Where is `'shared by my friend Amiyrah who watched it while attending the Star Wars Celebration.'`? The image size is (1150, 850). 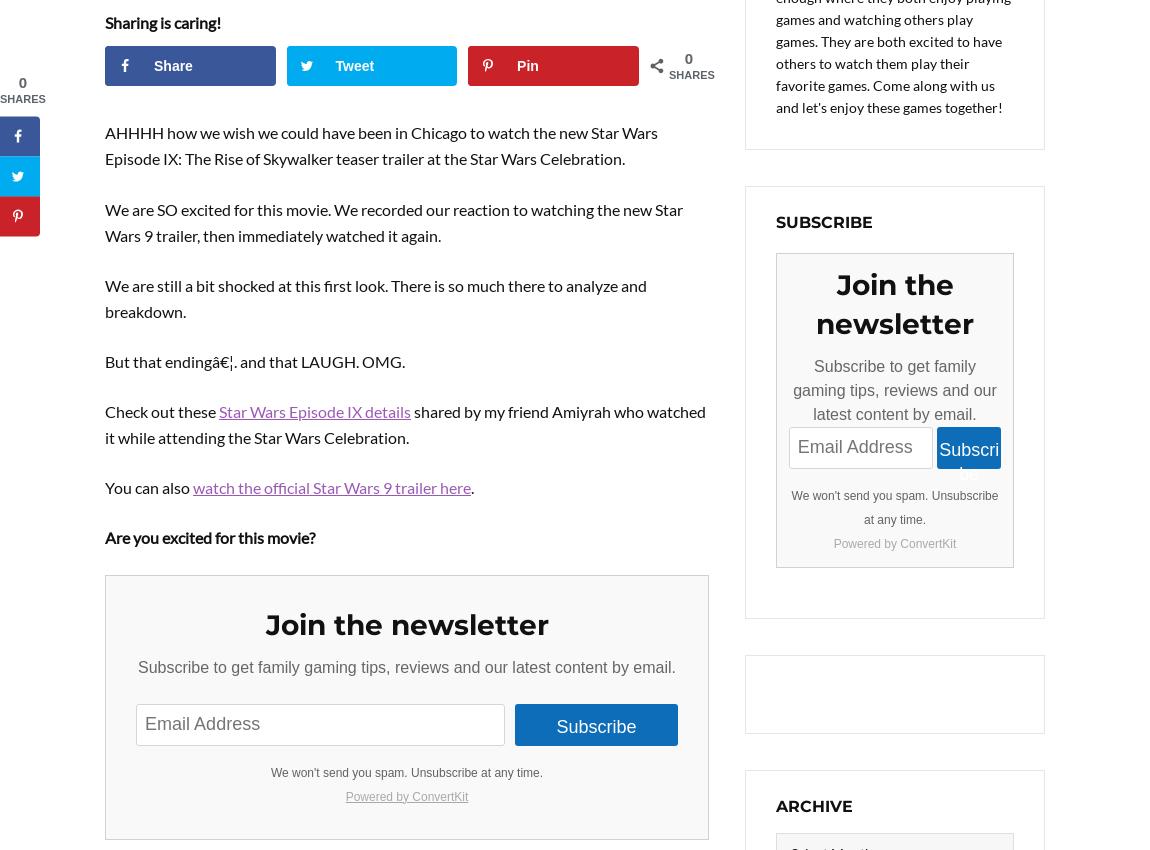
'shared by my friend Amiyrah who watched it while attending the Star Wars Celebration.' is located at coordinates (405, 423).